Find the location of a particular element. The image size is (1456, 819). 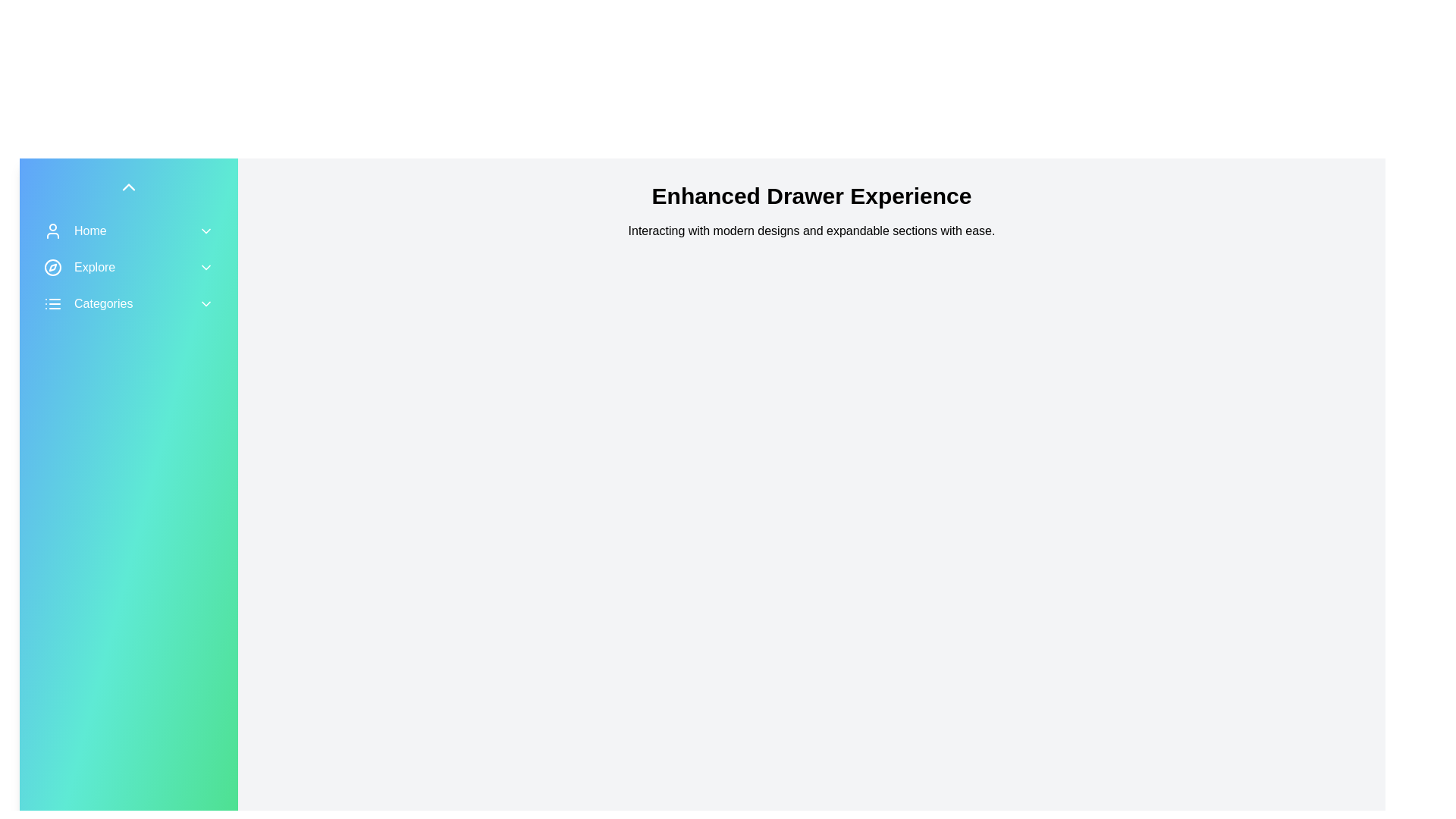

the 'Categories' menu toggle button to expand or collapse the menu is located at coordinates (206, 304).